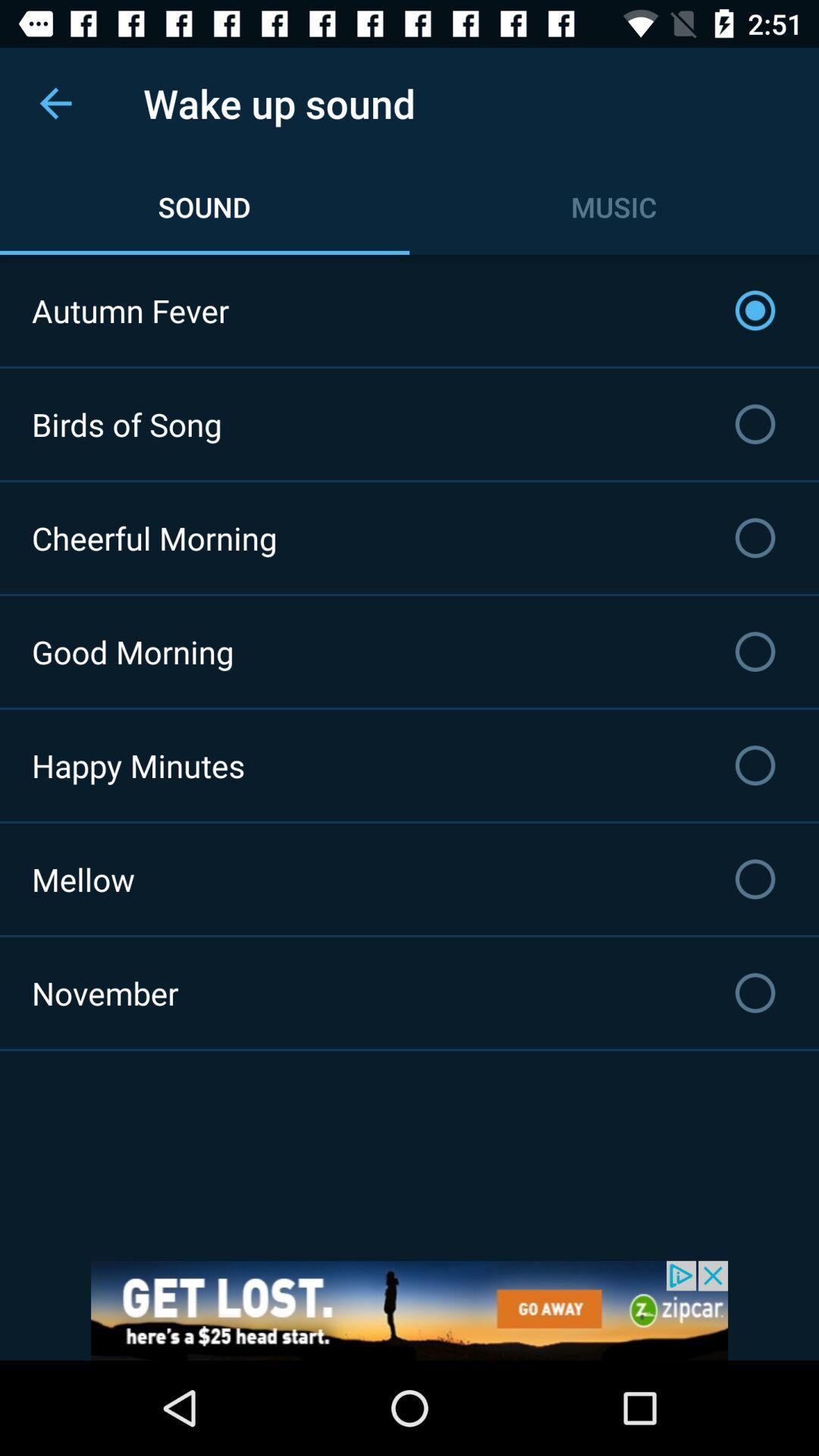  I want to click on the item to the left of the wake up sound item, so click(55, 102).